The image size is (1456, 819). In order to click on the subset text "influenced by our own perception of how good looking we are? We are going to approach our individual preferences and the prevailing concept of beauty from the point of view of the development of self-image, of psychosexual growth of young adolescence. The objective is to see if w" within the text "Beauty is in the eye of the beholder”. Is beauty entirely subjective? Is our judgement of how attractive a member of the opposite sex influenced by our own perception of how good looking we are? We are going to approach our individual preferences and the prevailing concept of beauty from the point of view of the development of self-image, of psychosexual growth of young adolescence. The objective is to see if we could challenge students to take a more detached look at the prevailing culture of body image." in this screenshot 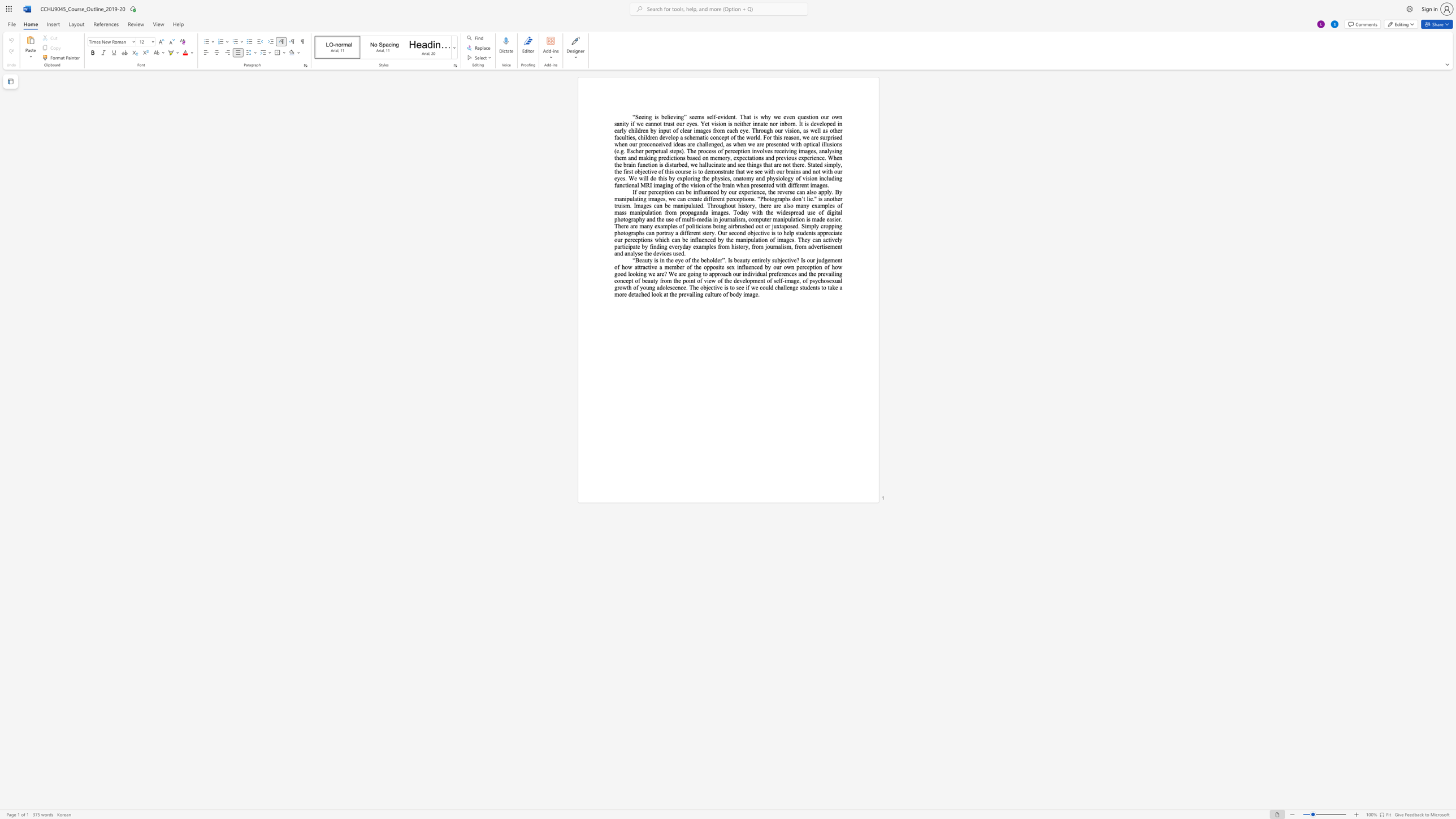, I will do `click(736, 266)`.